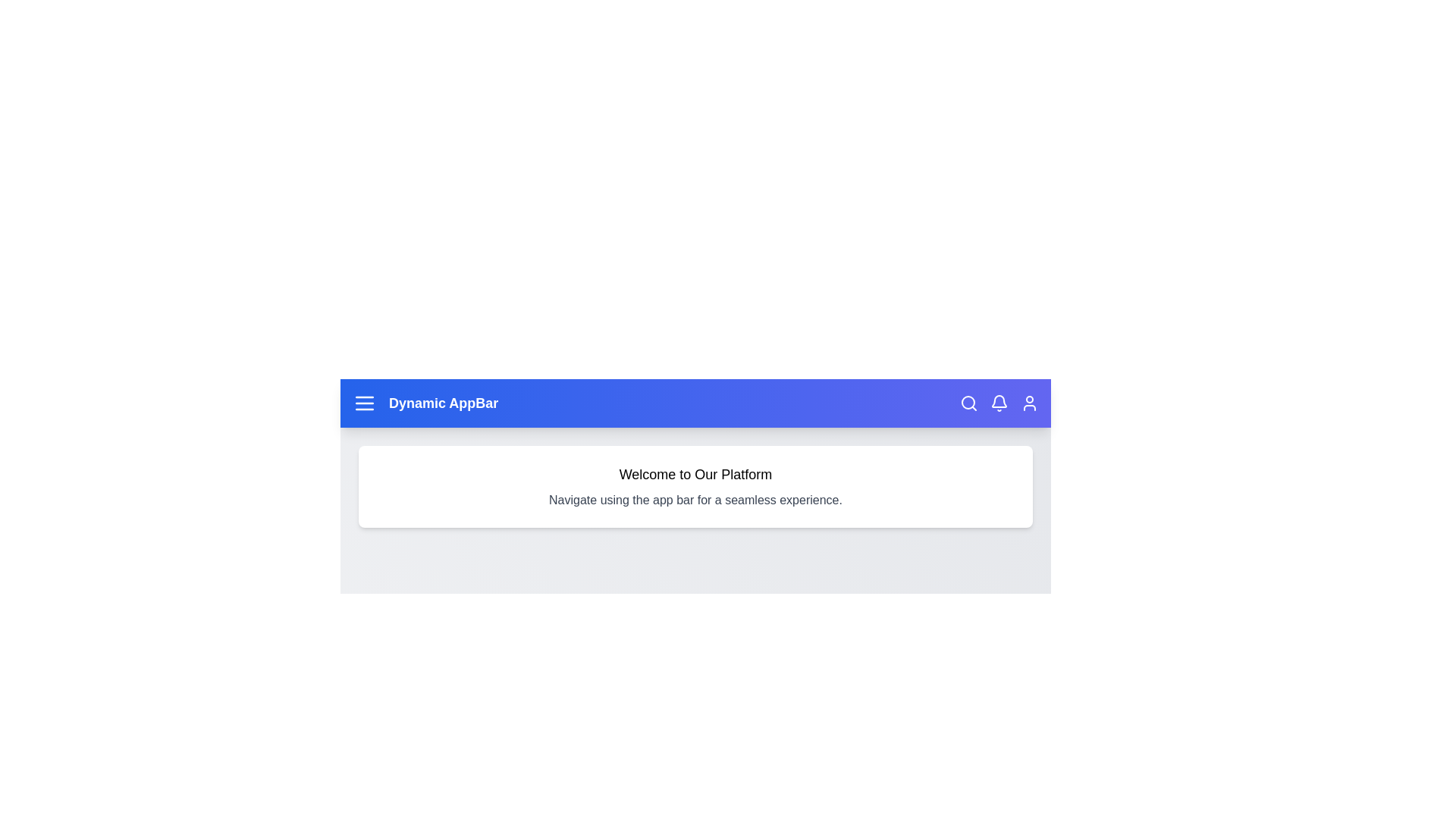 The width and height of the screenshot is (1456, 819). Describe the element at coordinates (968, 403) in the screenshot. I see `the 'Search' icon in the app bar` at that location.